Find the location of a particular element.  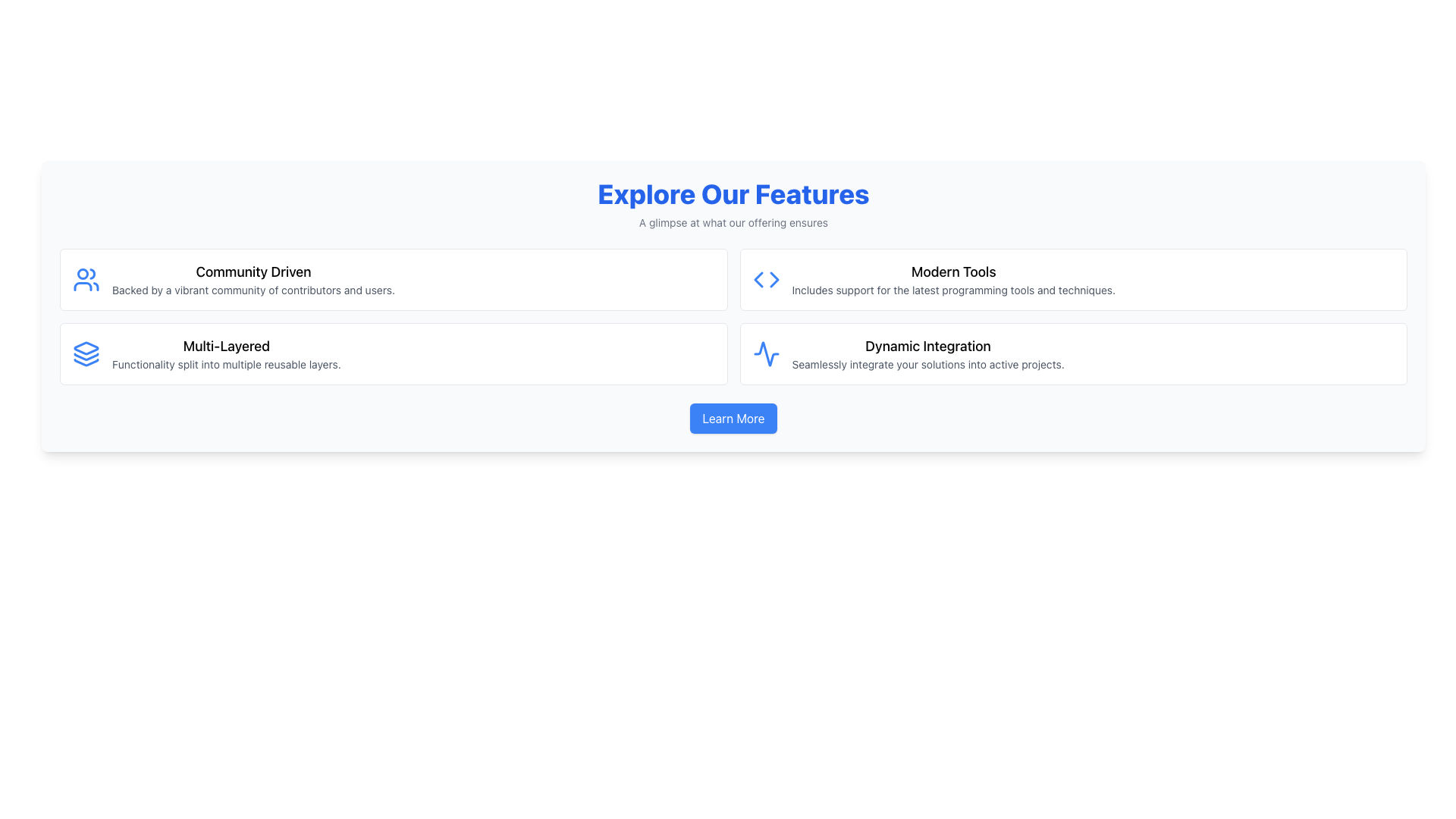

the text label 'Multi-Layered', which is styled in a large bold font and serves as a headline within the interface is located at coordinates (225, 346).